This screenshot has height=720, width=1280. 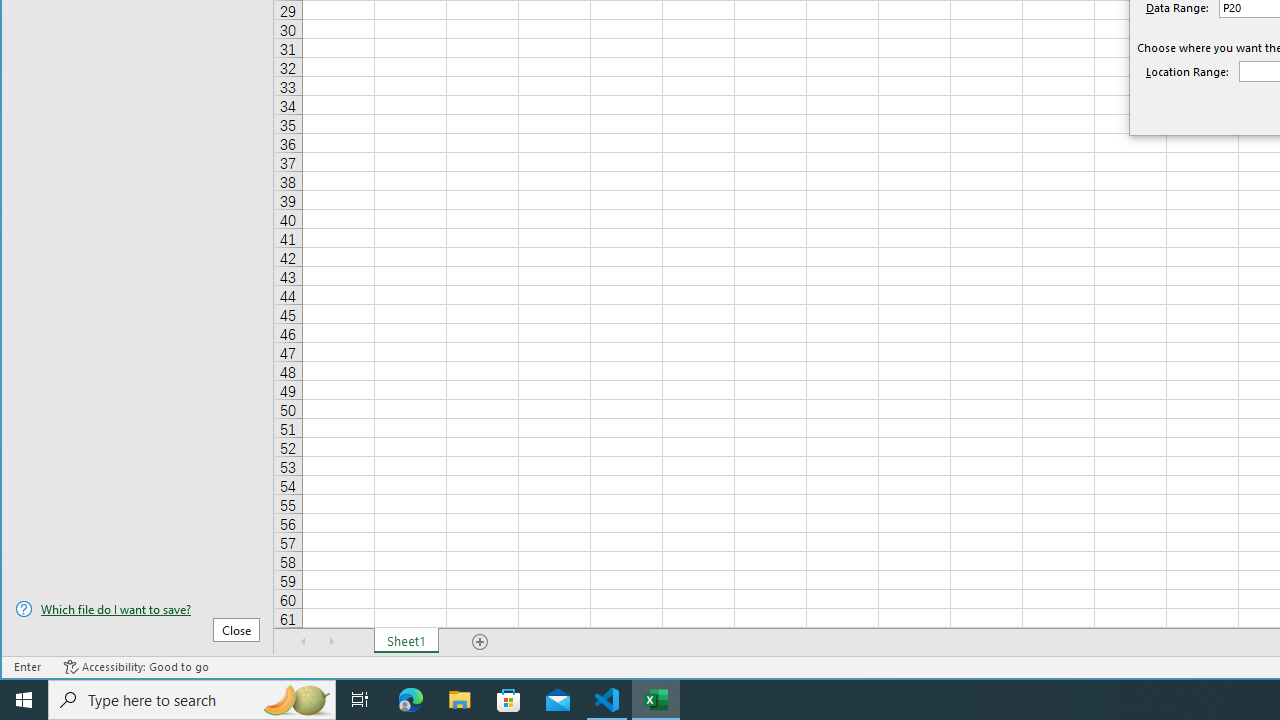 I want to click on 'Sheet1', so click(x=405, y=641).